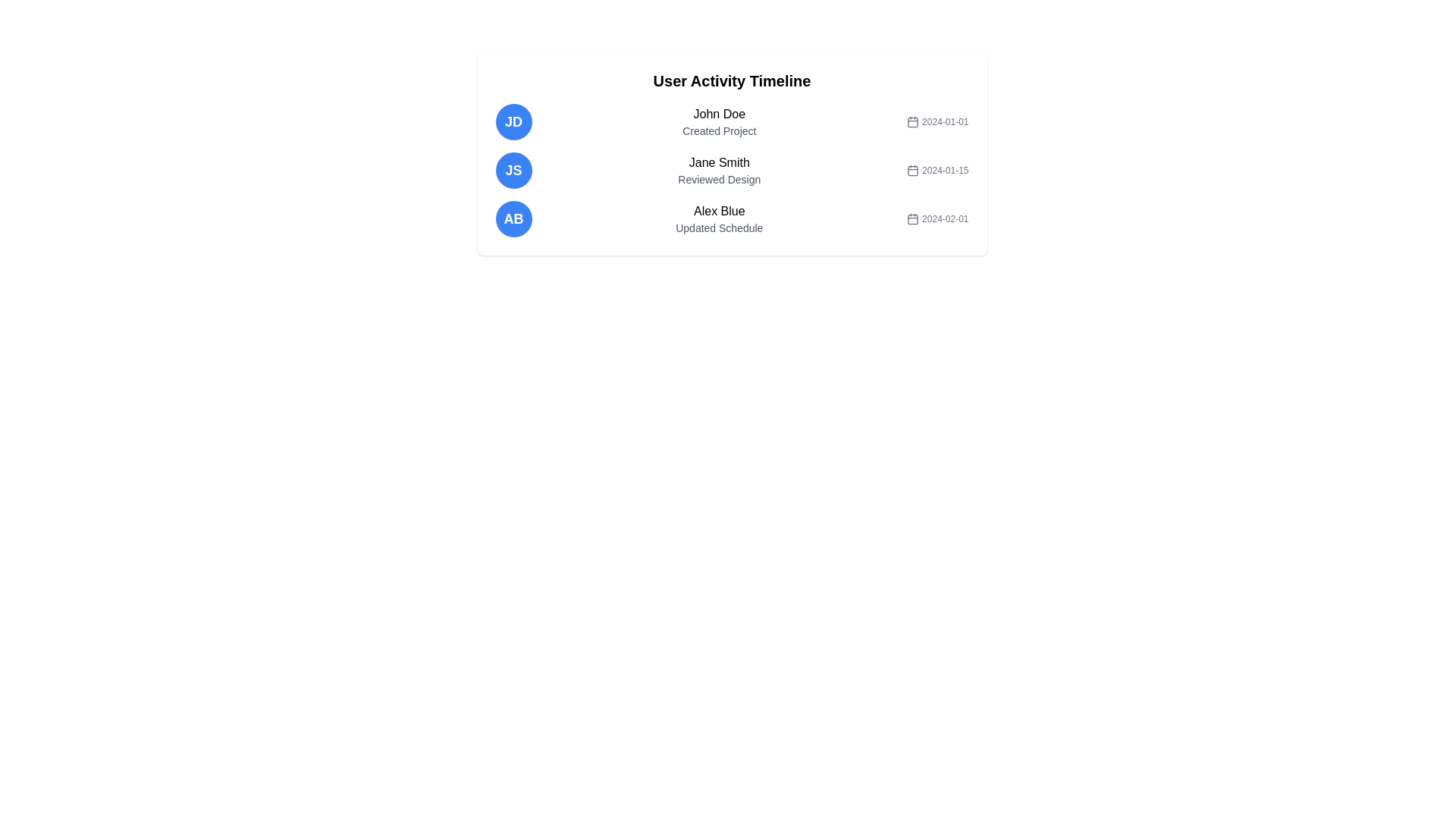 The width and height of the screenshot is (1456, 819). What do you see at coordinates (937, 219) in the screenshot?
I see `the text label displaying the date '2024-02-01' in light gray font, located in the 'Alex Blue' row after 'Updated Schedule' in the activity list` at bounding box center [937, 219].